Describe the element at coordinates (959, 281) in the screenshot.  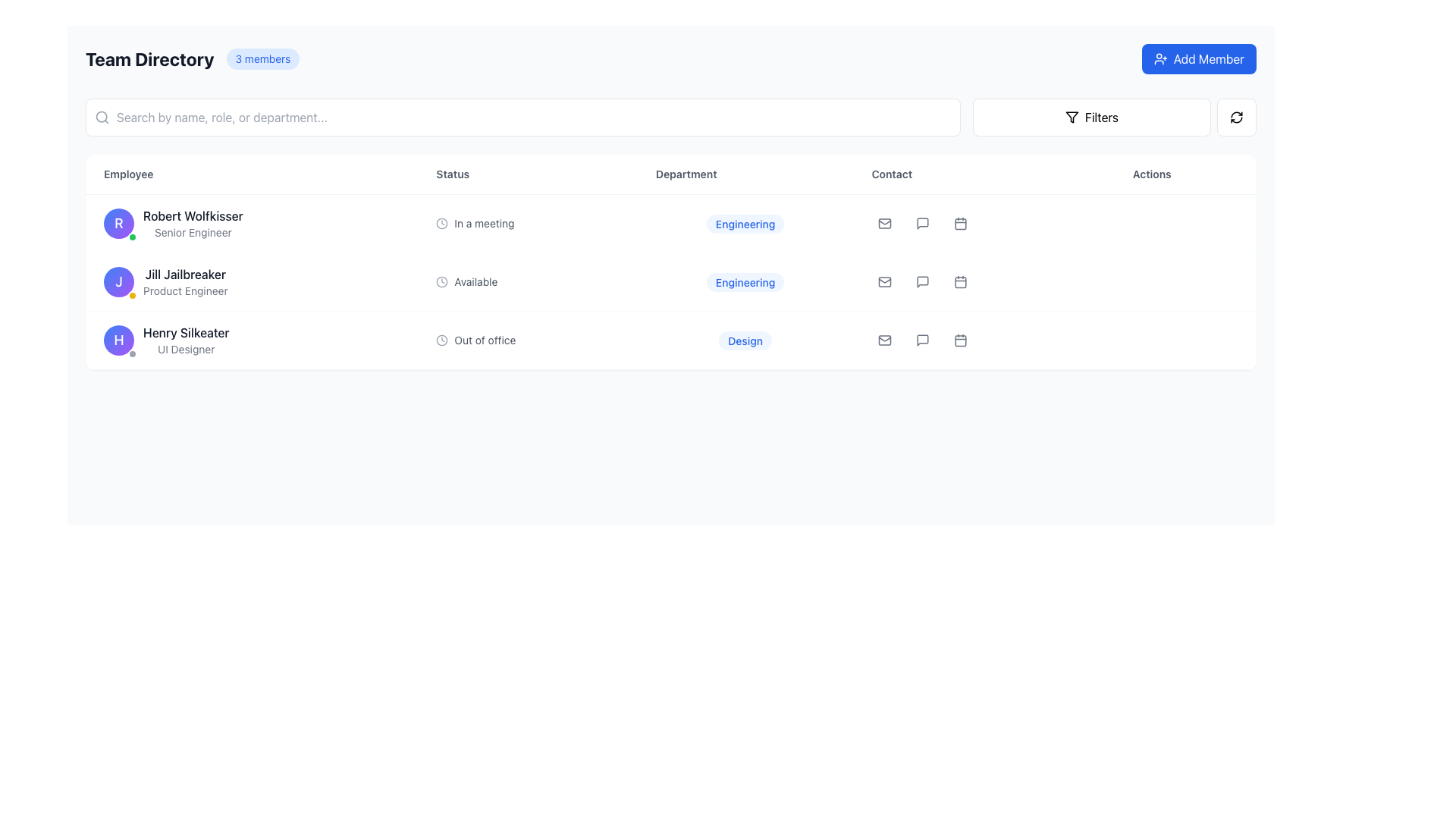
I see `the third interactive icon in the actions section of the row for 'Jill Jailbreaker'` at that location.